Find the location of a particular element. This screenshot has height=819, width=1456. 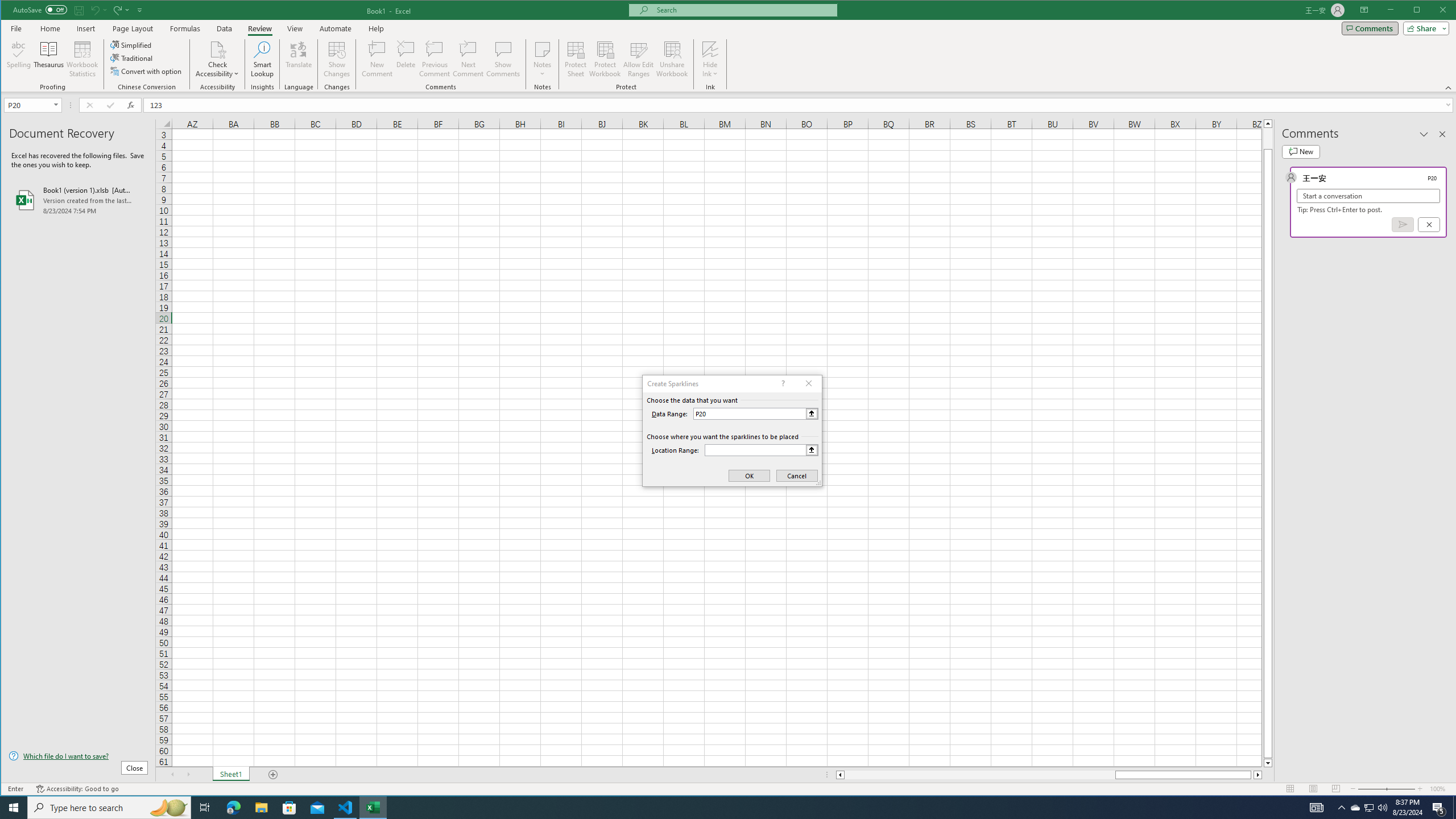

'Thesaurus...' is located at coordinates (48, 59).